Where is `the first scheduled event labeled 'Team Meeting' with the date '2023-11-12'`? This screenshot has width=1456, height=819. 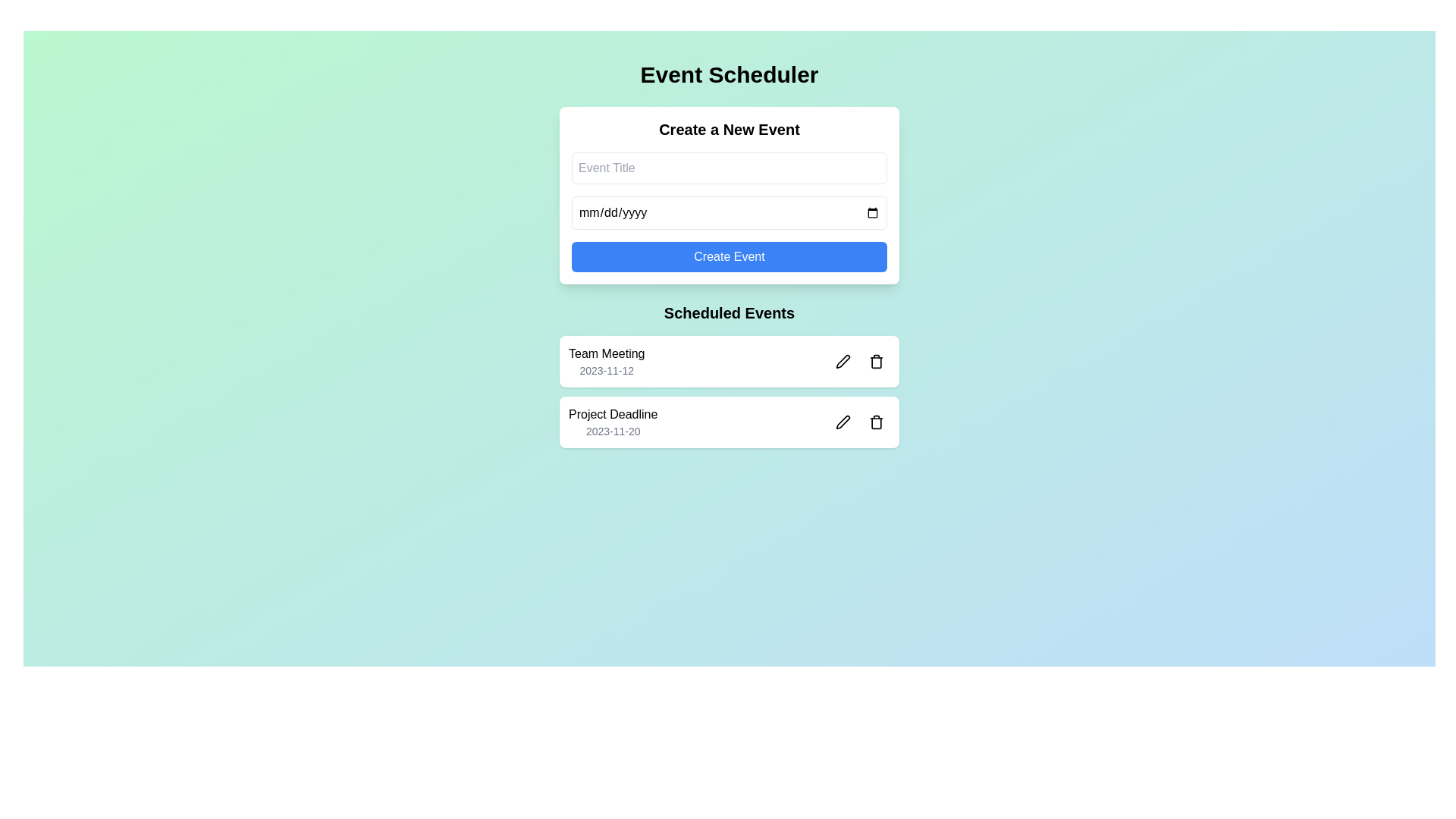
the first scheduled event labeled 'Team Meeting' with the date '2023-11-12' is located at coordinates (729, 362).